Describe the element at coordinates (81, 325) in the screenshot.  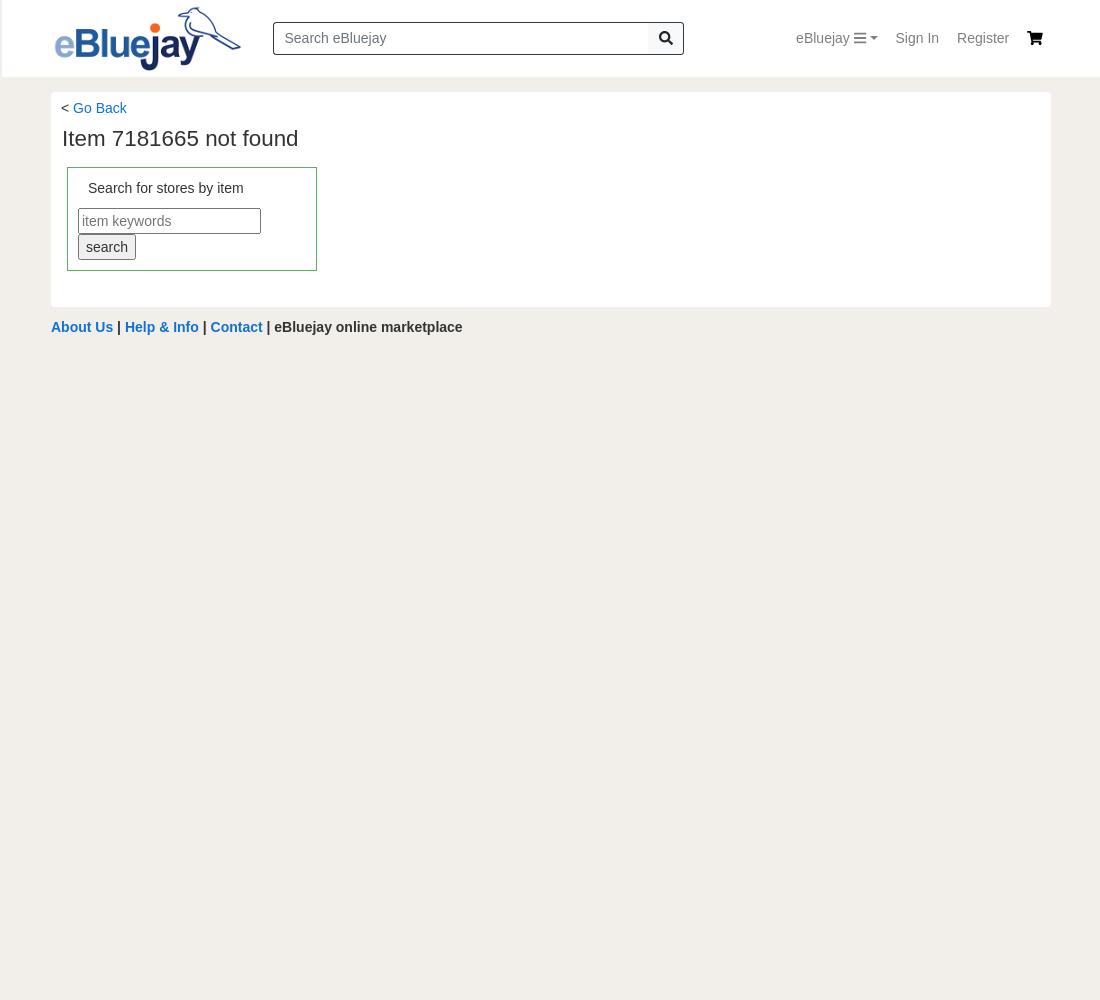
I see `'About Us'` at that location.